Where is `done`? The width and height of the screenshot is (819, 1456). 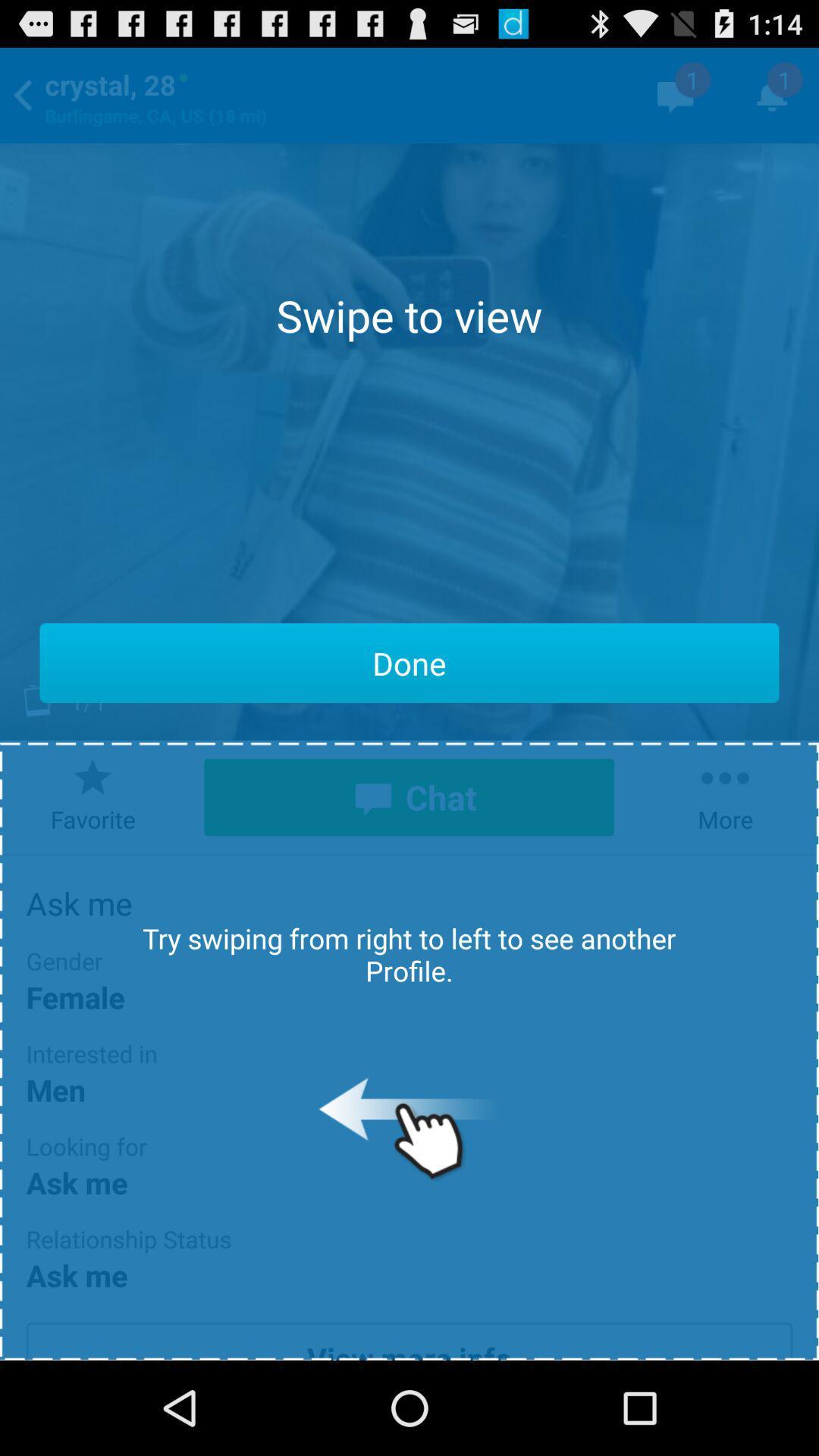
done is located at coordinates (409, 663).